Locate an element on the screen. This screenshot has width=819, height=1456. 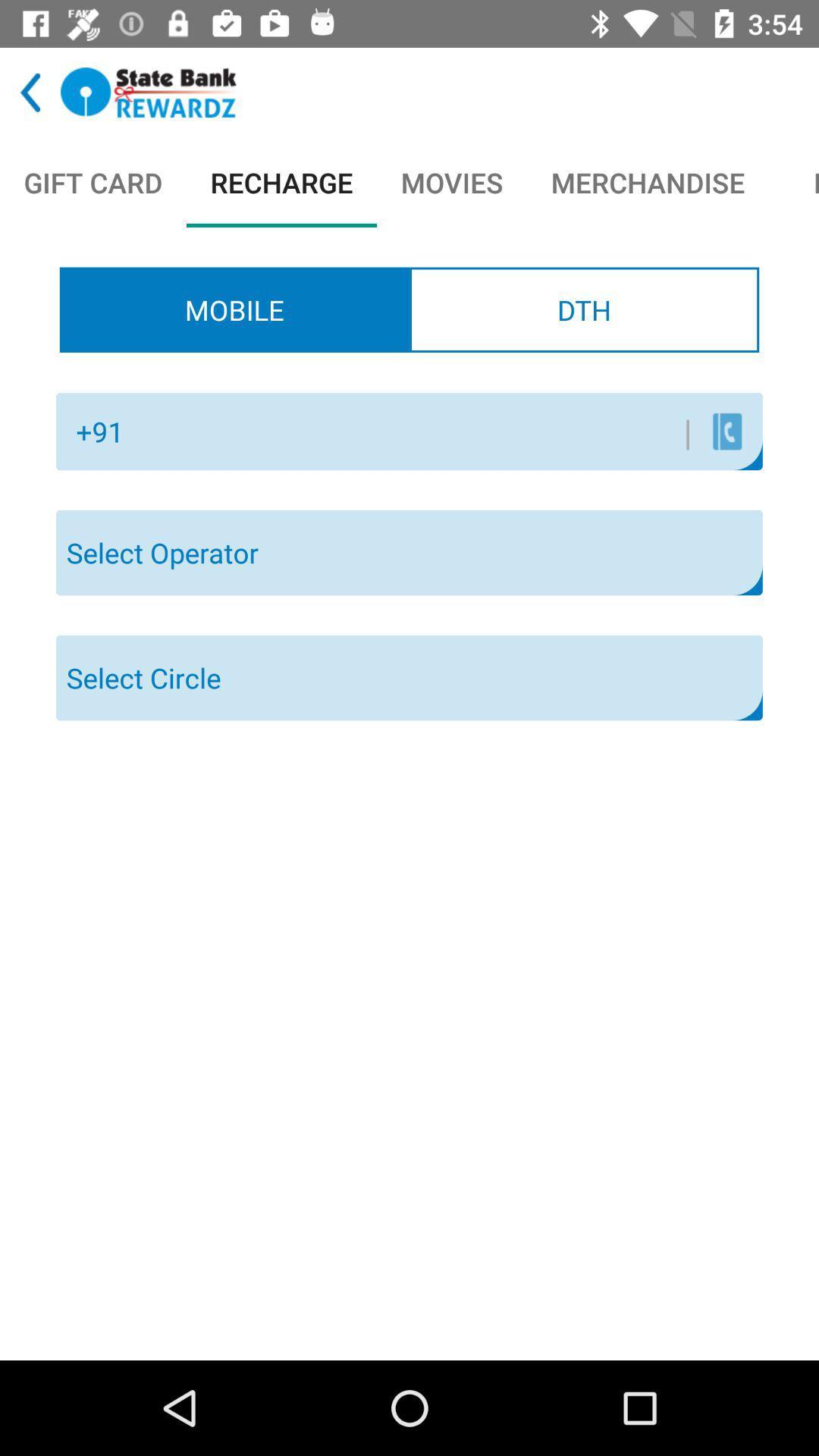
input field phone number is located at coordinates (413, 431).